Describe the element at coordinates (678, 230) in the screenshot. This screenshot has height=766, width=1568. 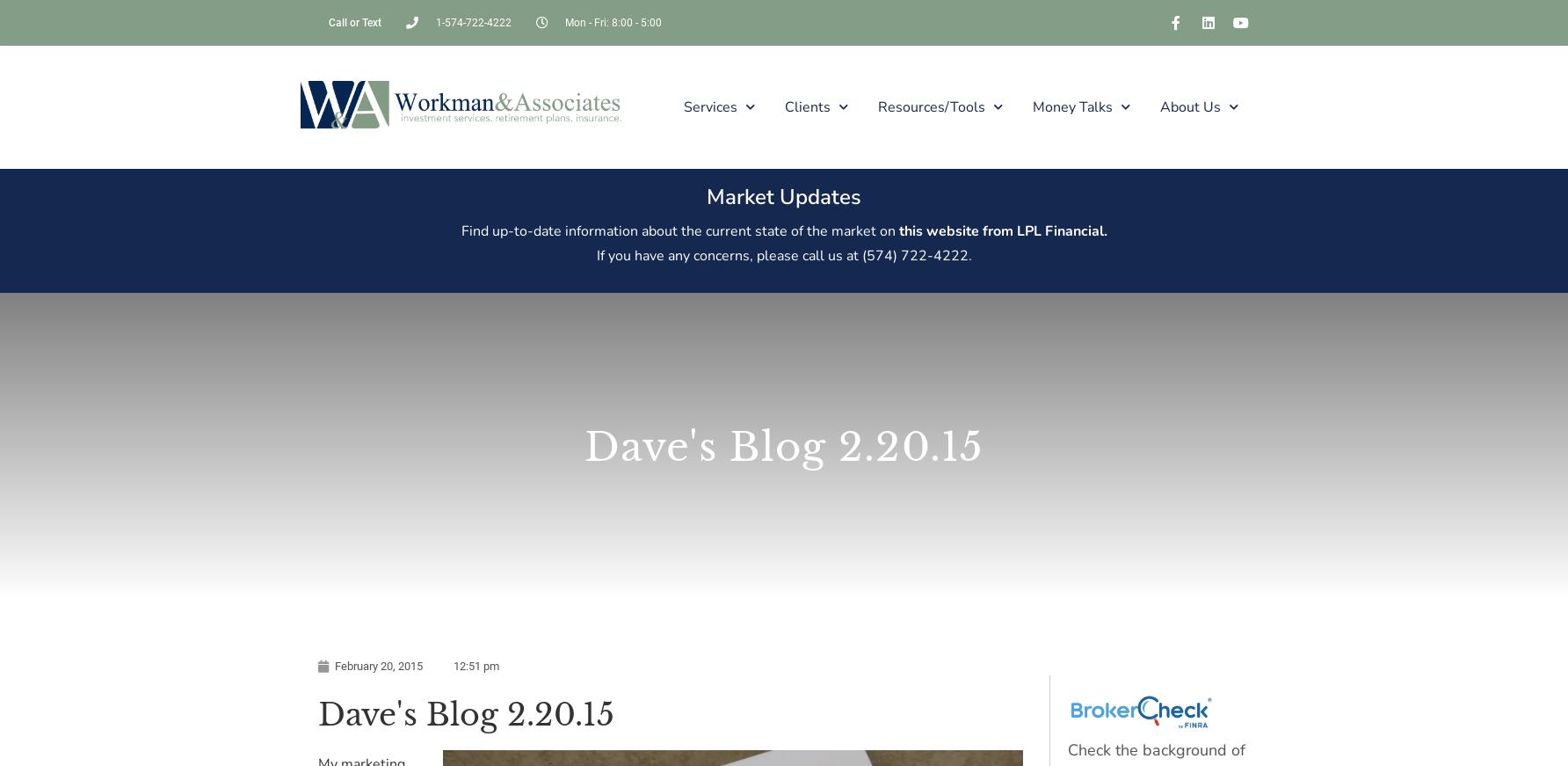
I see `'Find up-to-date information about the current state of the market on'` at that location.